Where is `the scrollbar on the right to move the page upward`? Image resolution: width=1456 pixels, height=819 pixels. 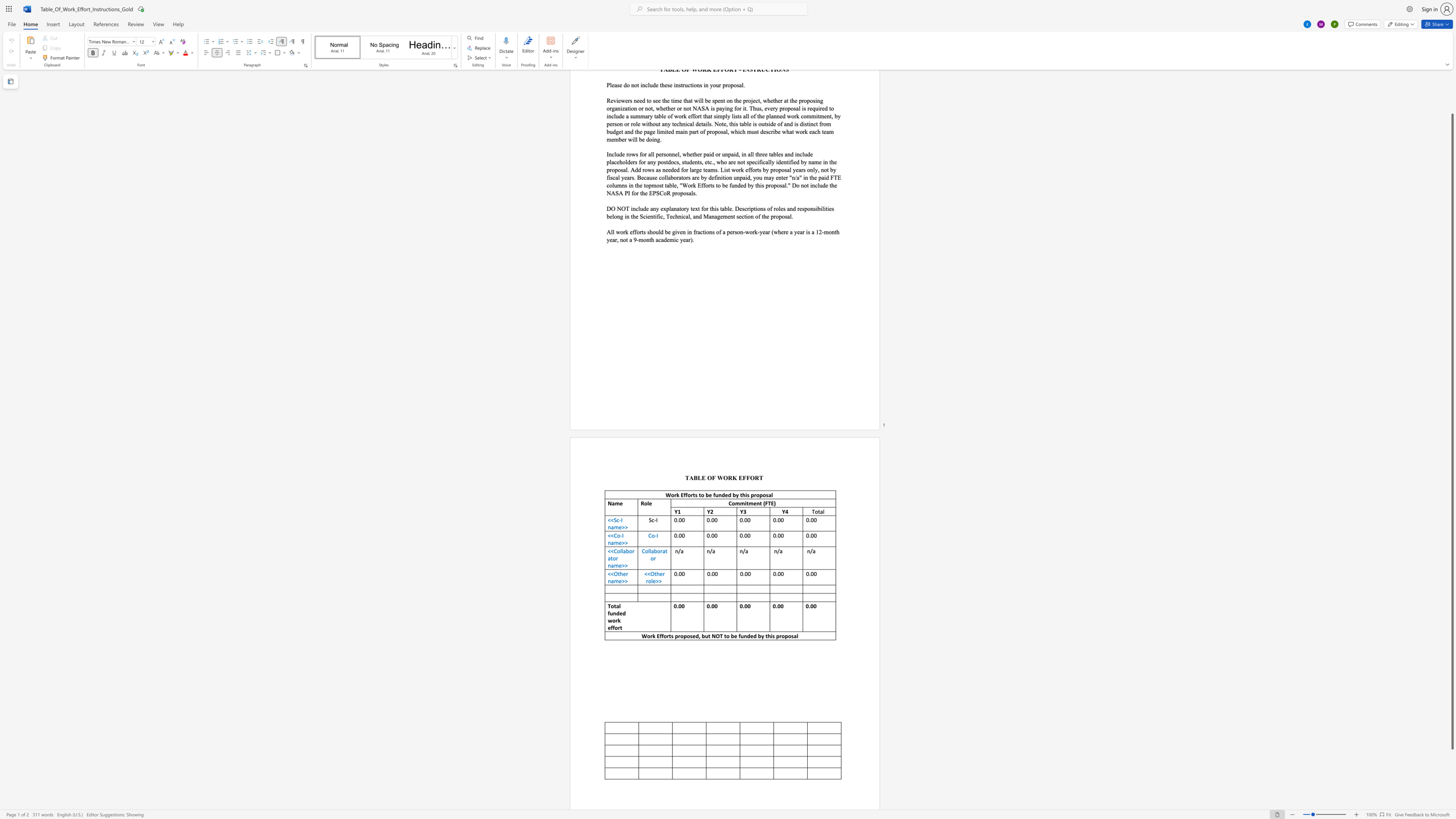 the scrollbar on the right to move the page upward is located at coordinates (1451, 83).